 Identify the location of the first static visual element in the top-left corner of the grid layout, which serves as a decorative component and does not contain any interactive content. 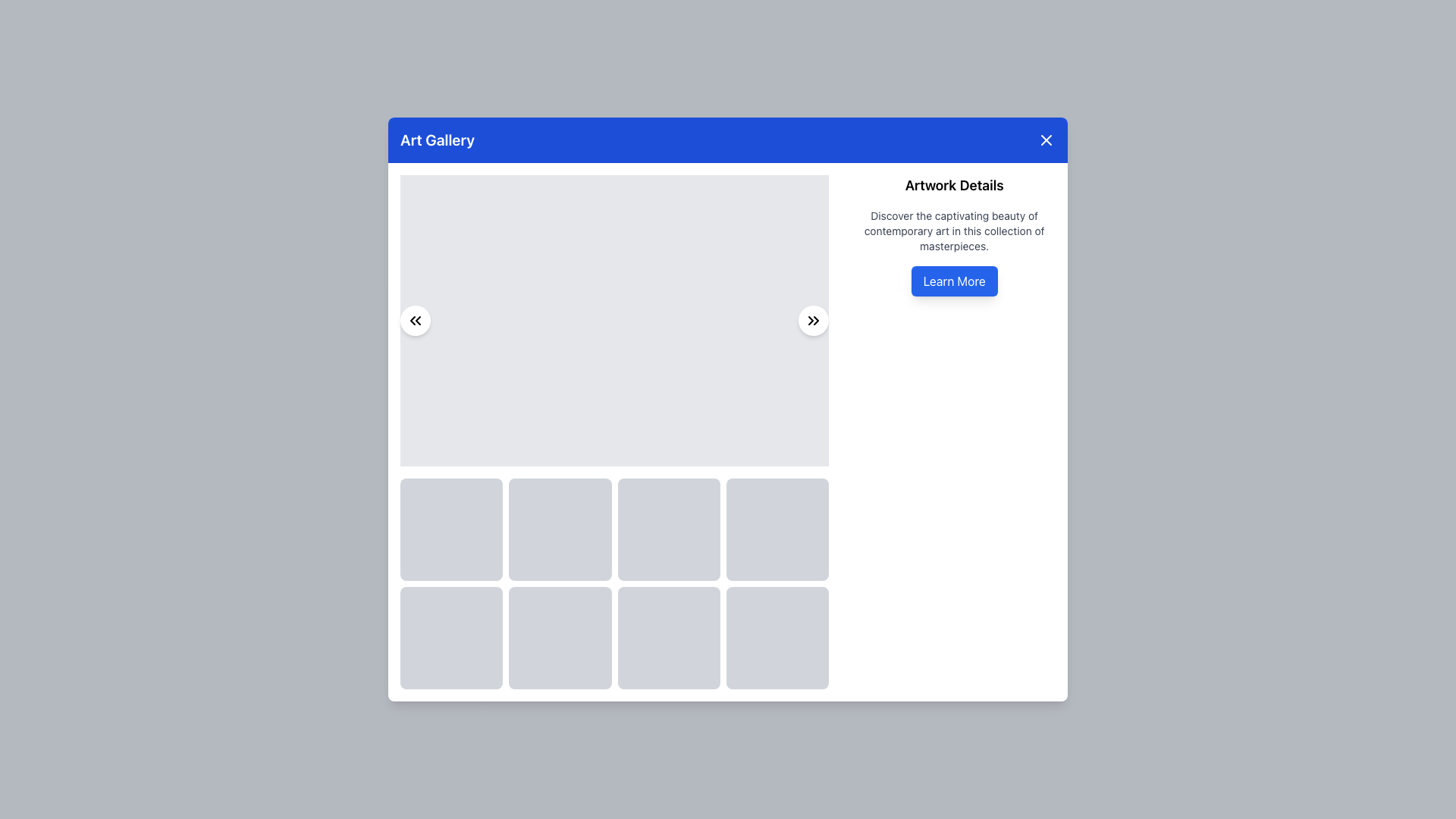
(450, 529).